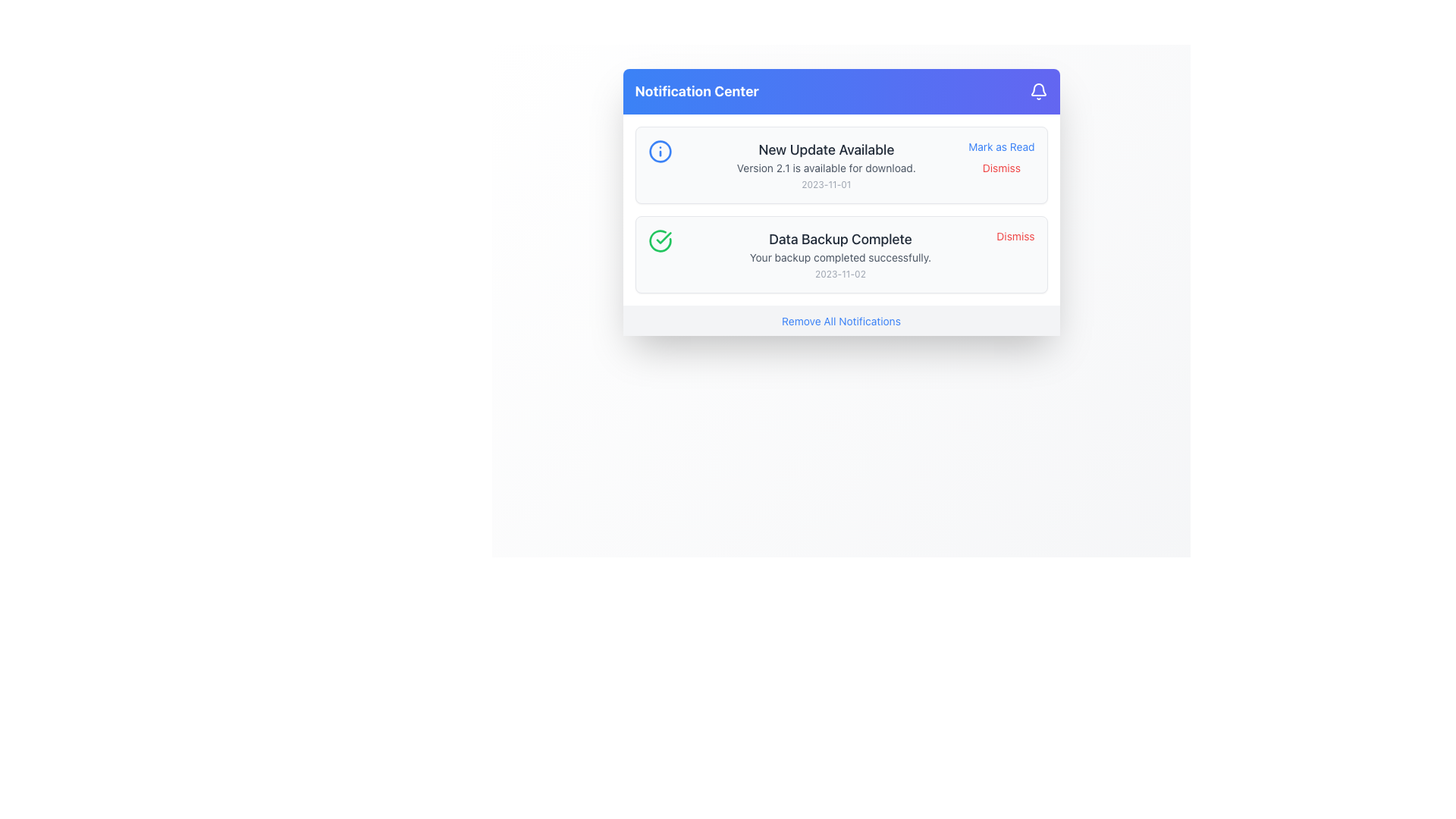  What do you see at coordinates (840, 165) in the screenshot?
I see `the first notification card in the Notification Center to focus on it, which informs the user about the availability of version 2.1 for download` at bounding box center [840, 165].